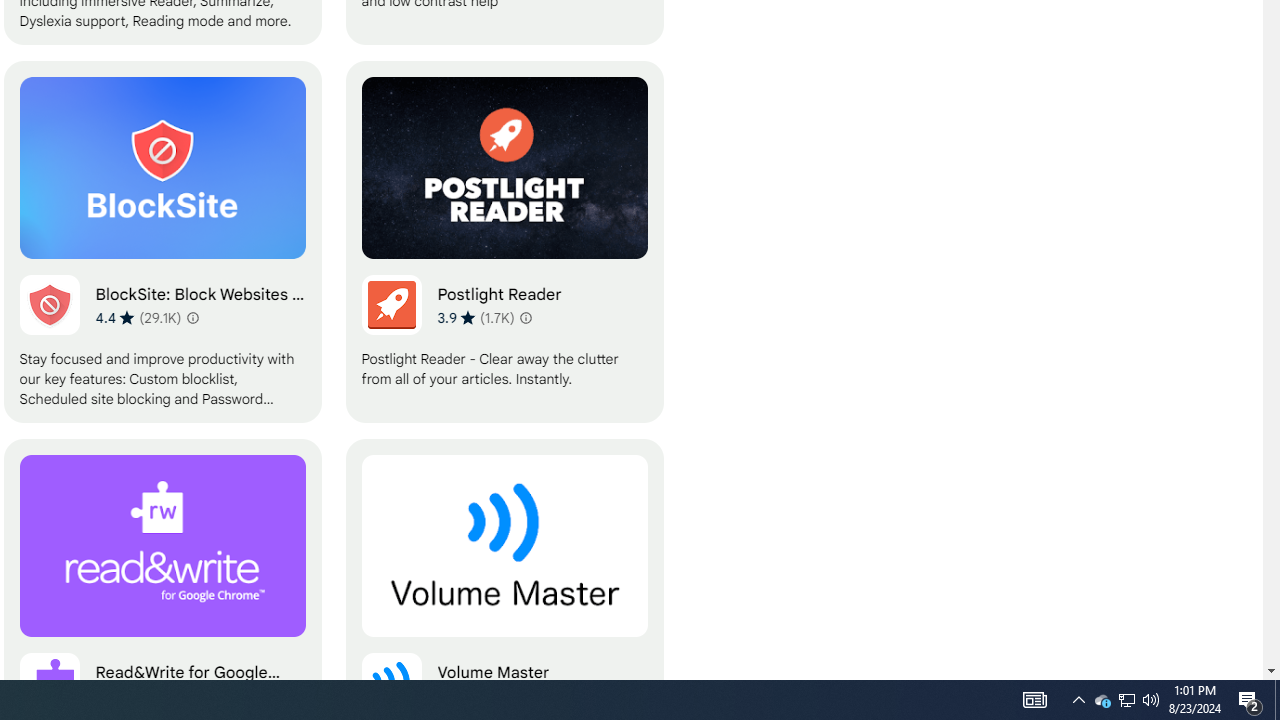 Image resolution: width=1280 pixels, height=720 pixels. What do you see at coordinates (526, 316) in the screenshot?
I see `'Learn more about results and reviews "Postlight Reader"'` at bounding box center [526, 316].